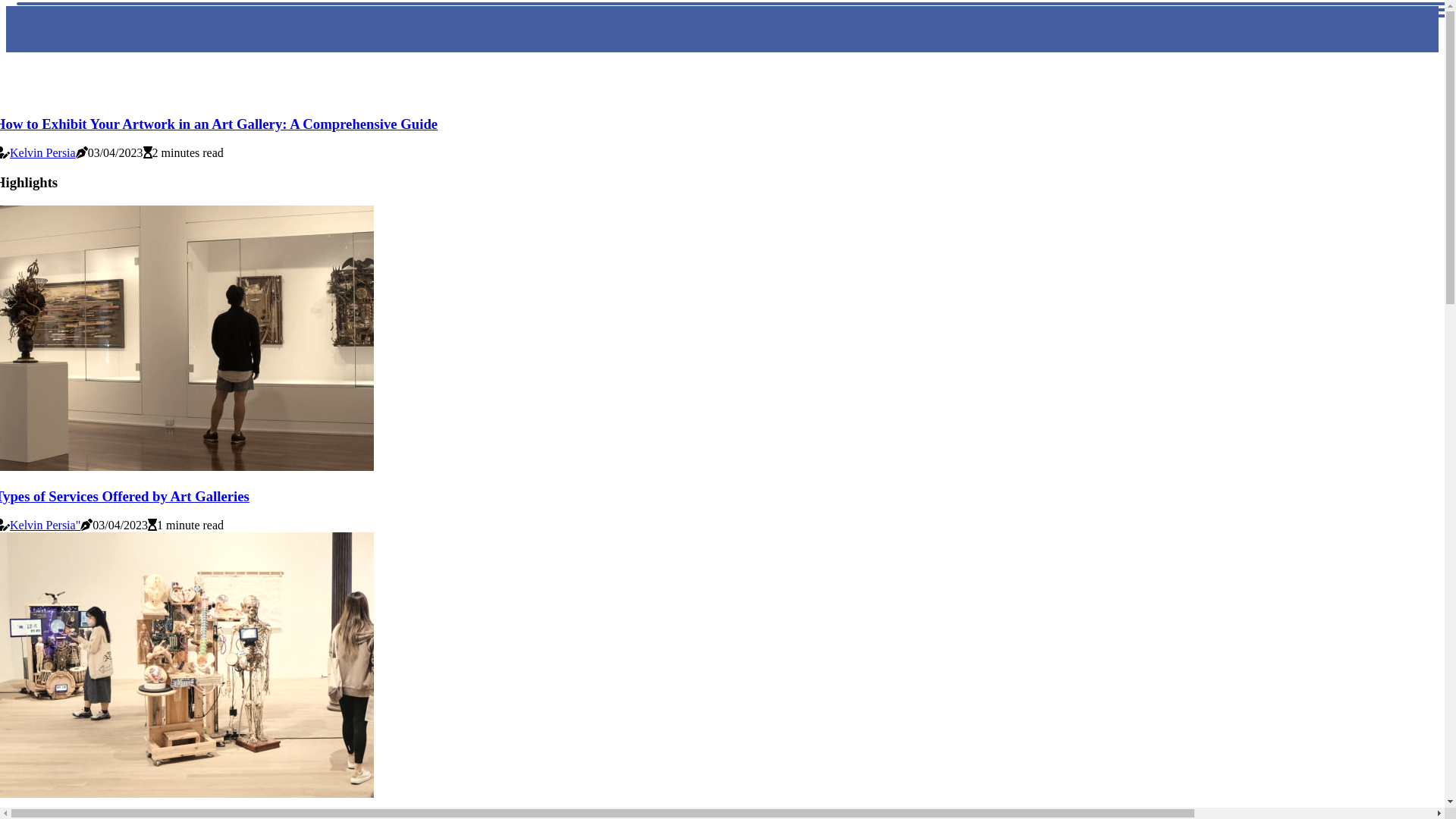  What do you see at coordinates (45, 524) in the screenshot?
I see `'Kelvin Persia"'` at bounding box center [45, 524].